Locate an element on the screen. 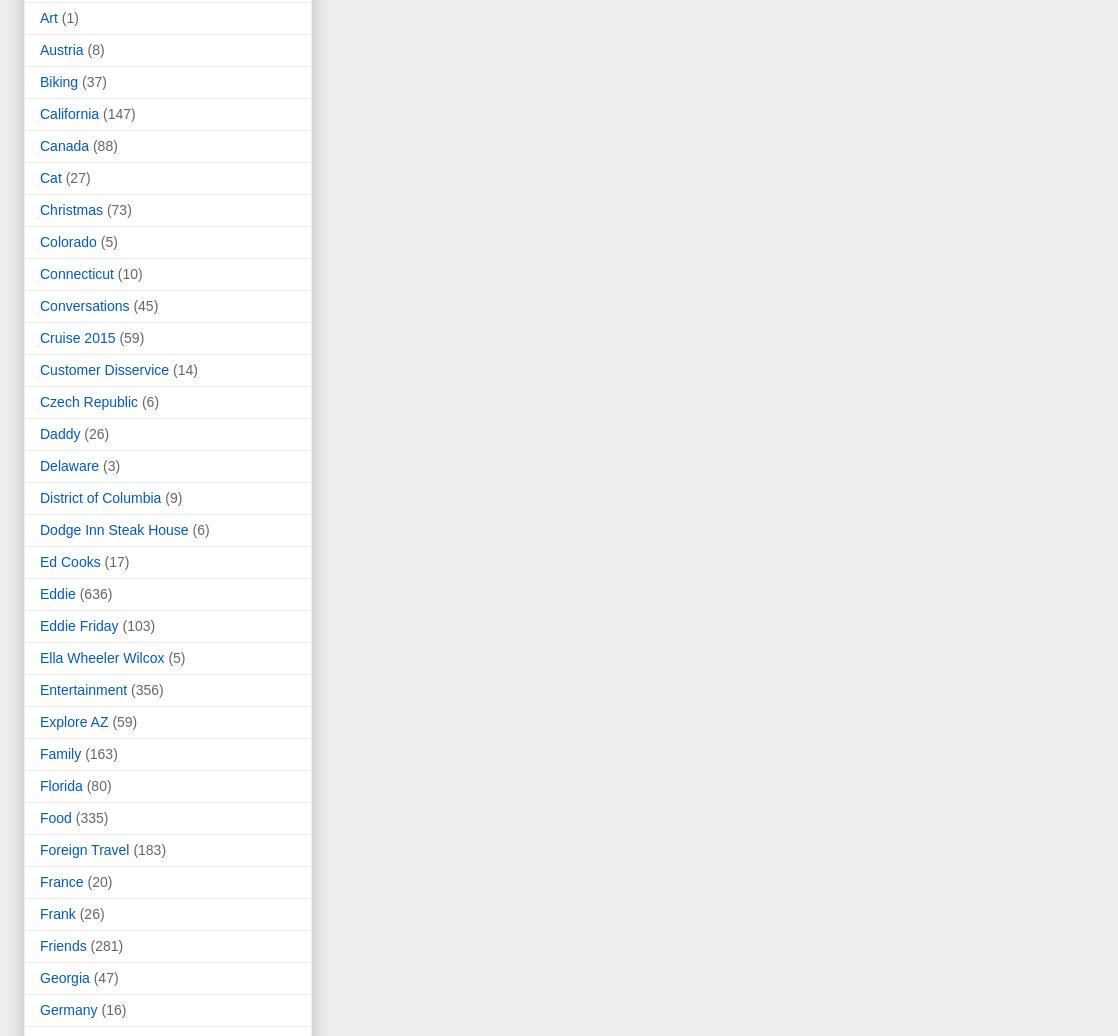 The height and width of the screenshot is (1036, 1118). 'Austria' is located at coordinates (61, 50).